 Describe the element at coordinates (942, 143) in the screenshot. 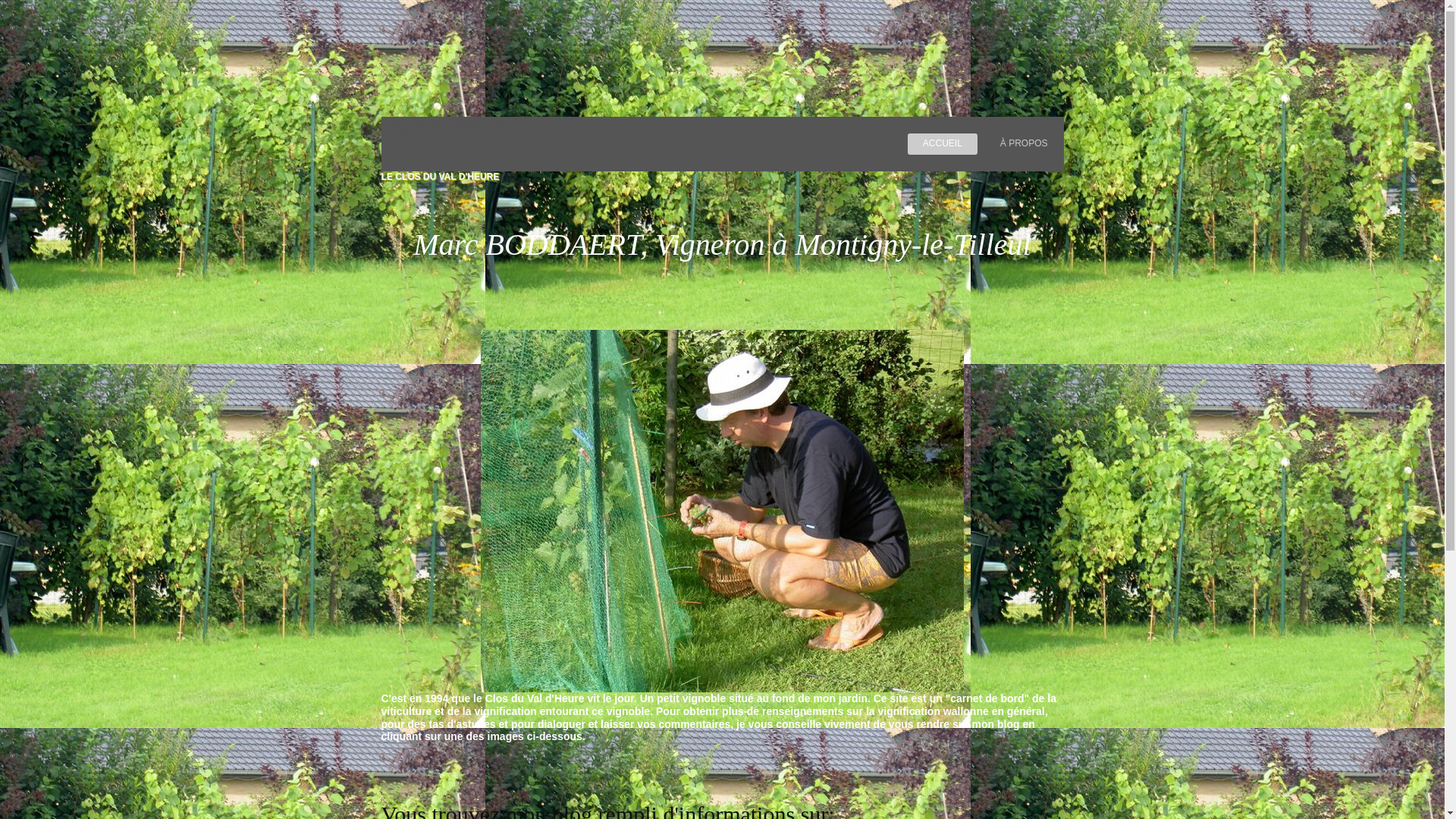

I see `'ACCUEIL'` at that location.